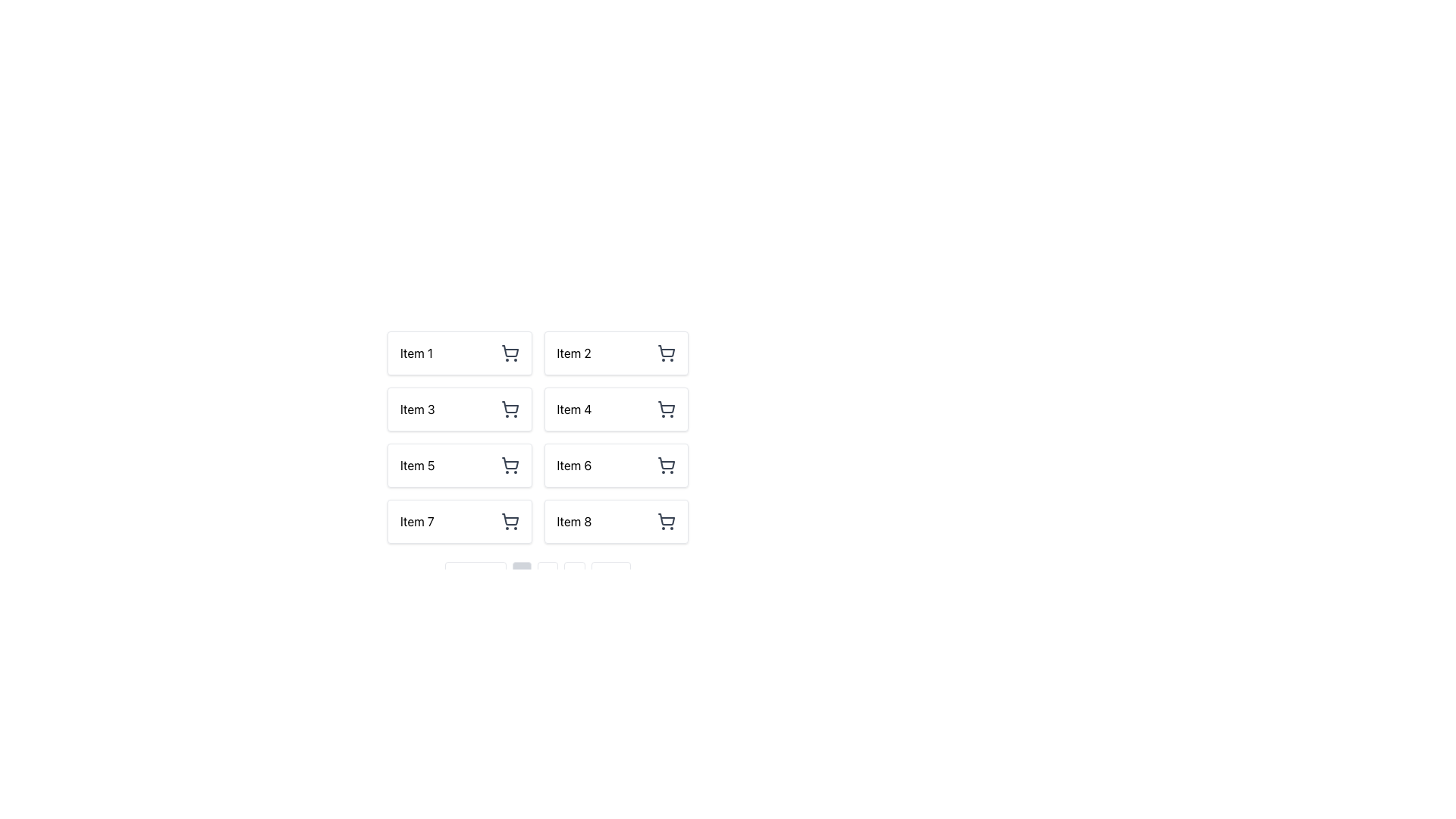 The height and width of the screenshot is (819, 1456). I want to click on the text label displaying 'Item 2', located in the upper-right area of the grid layout, adjacent to a shopping cart icon, so click(573, 353).